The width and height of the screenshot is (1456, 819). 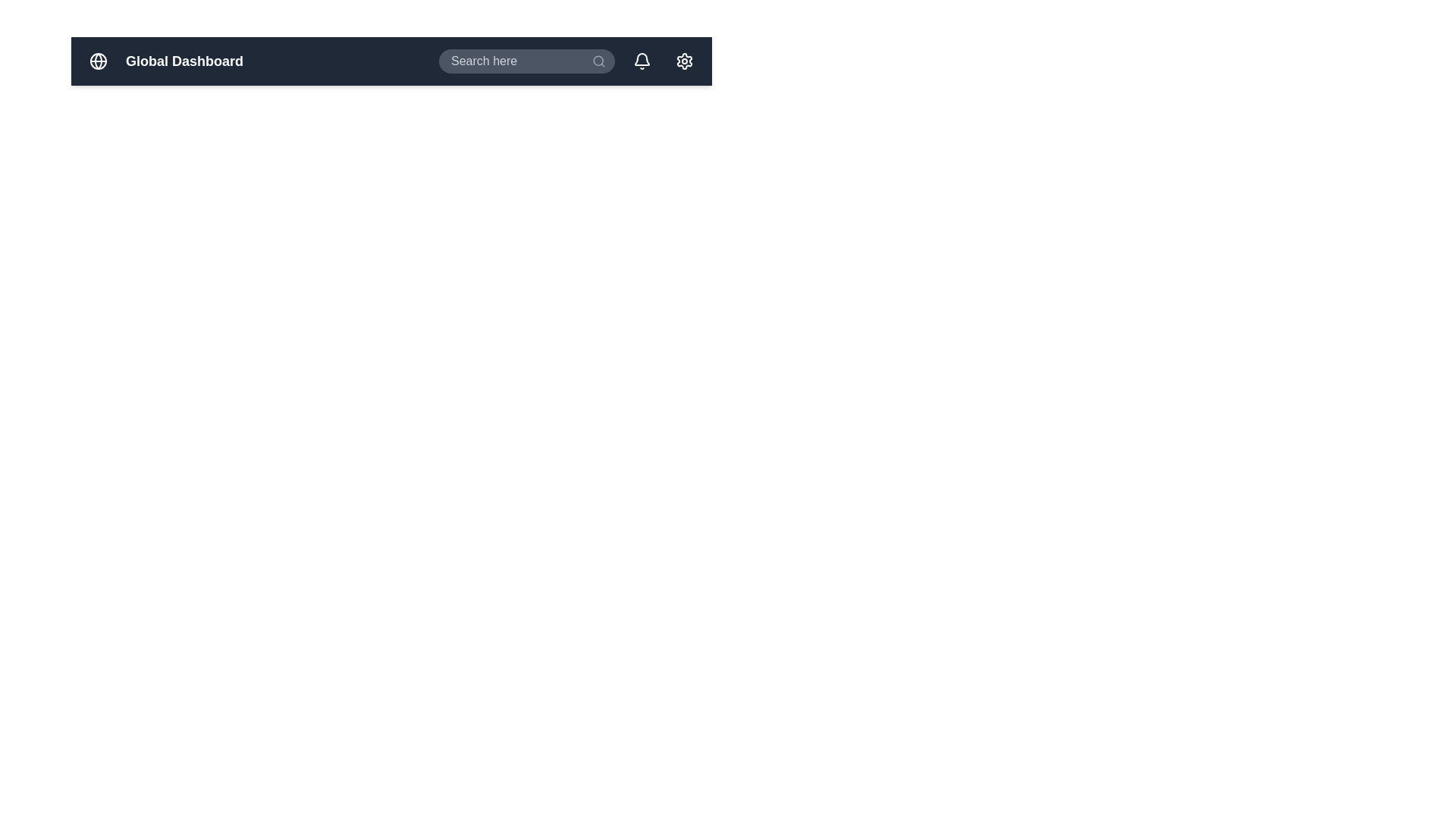 I want to click on the input field to focus it for typing a search query, so click(x=527, y=61).